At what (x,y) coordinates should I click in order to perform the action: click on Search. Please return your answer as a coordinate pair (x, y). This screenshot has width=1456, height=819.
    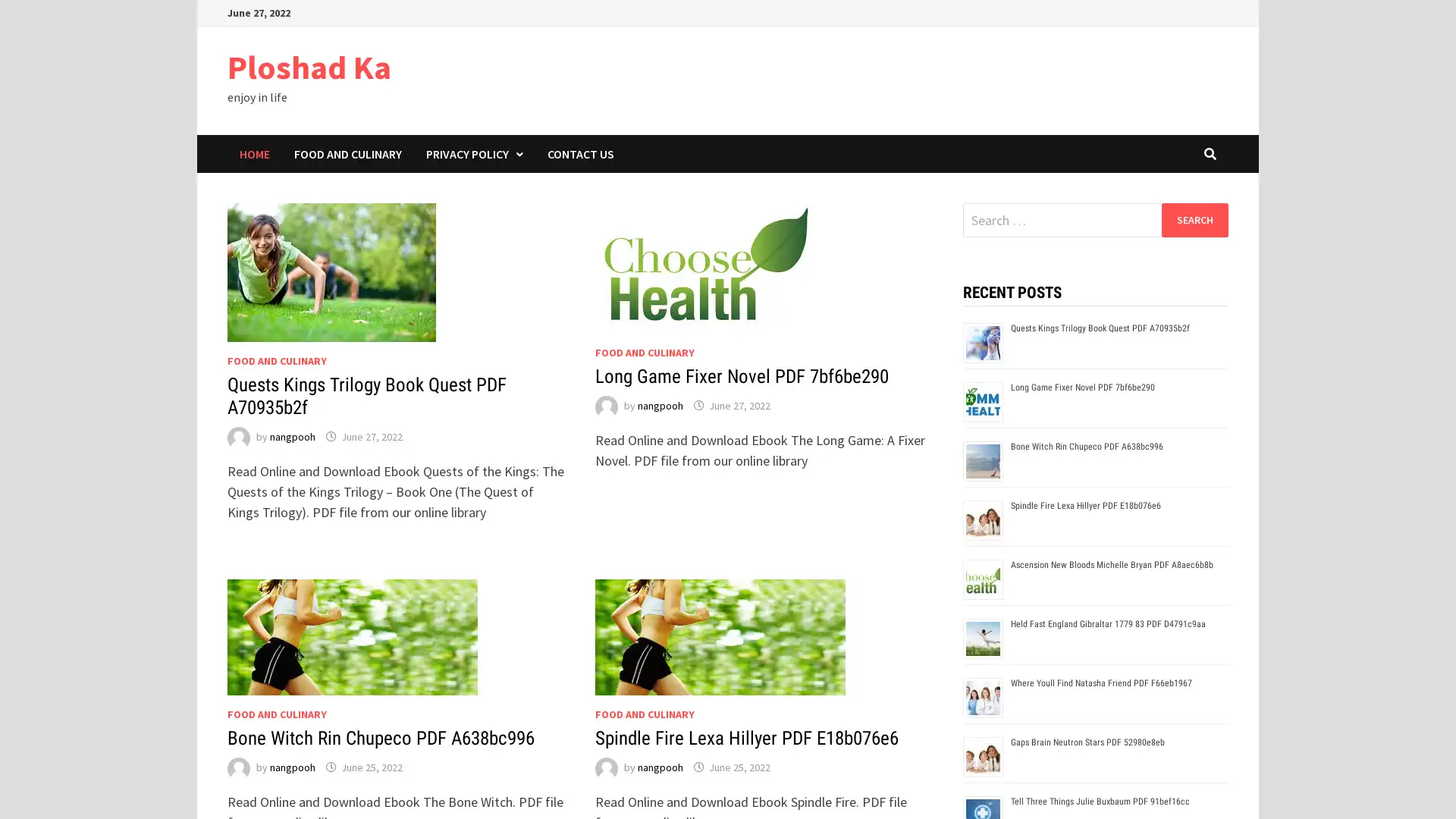
    Looking at the image, I should click on (1194, 219).